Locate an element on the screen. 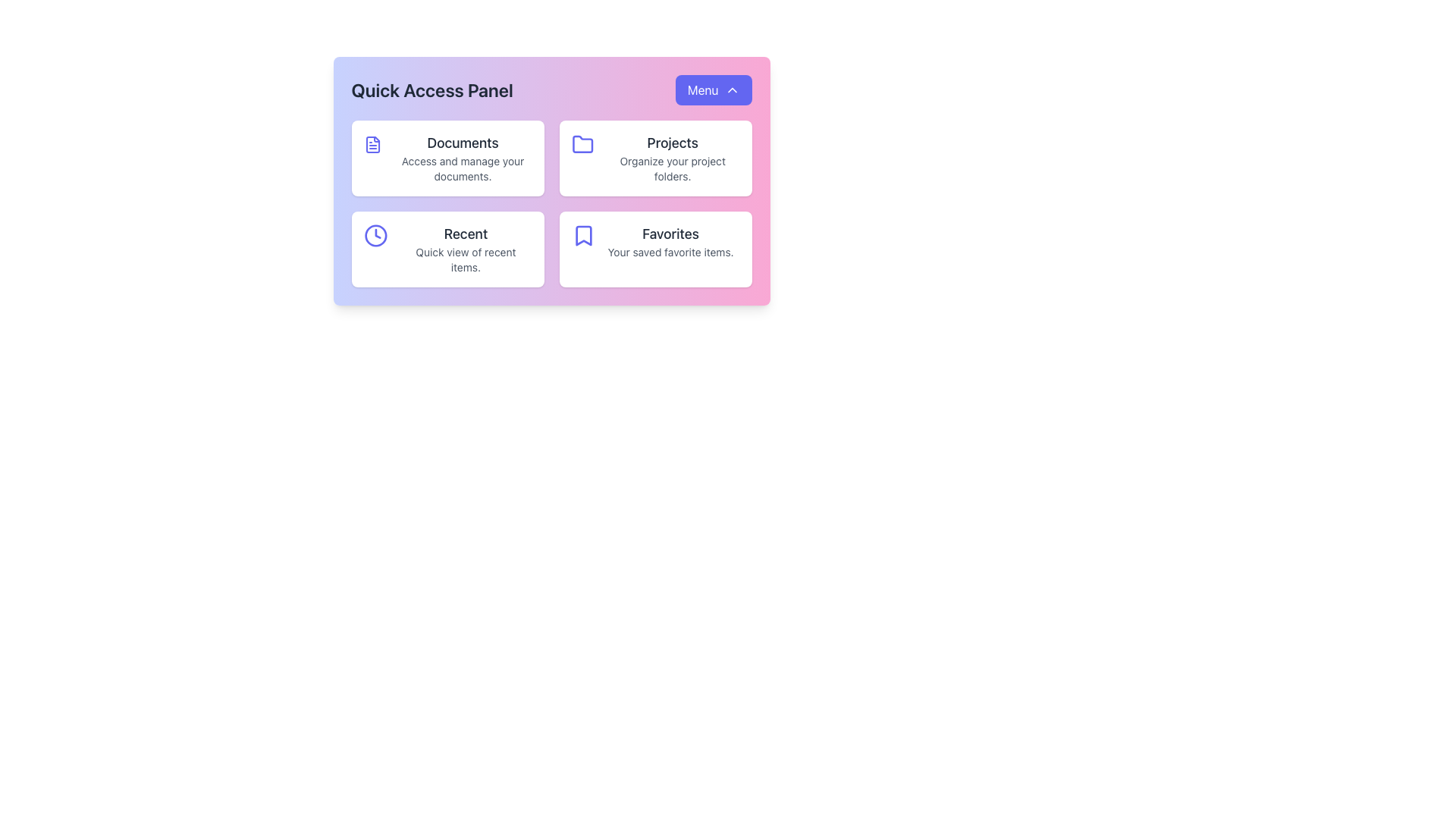 This screenshot has width=1456, height=819. the folder-like icon with a blue hue in the Quick Access Panel under the Projects label to interact with the associated Projects section is located at coordinates (582, 143).